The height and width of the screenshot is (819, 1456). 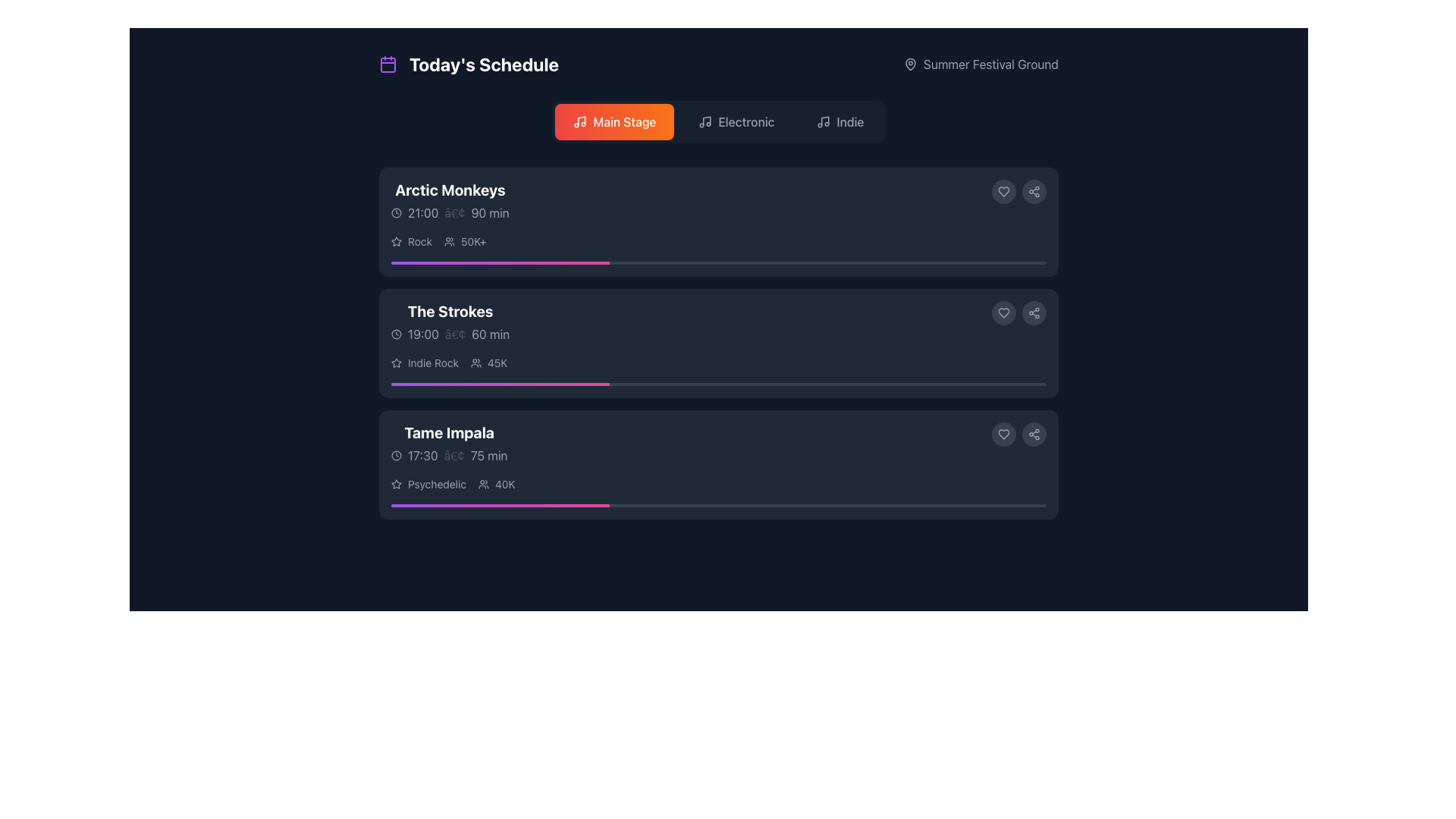 I want to click on the round clock icon located at the beginning of the horizontal arrangement aligned with the text '19:00' for informational purposes, so click(x=397, y=333).